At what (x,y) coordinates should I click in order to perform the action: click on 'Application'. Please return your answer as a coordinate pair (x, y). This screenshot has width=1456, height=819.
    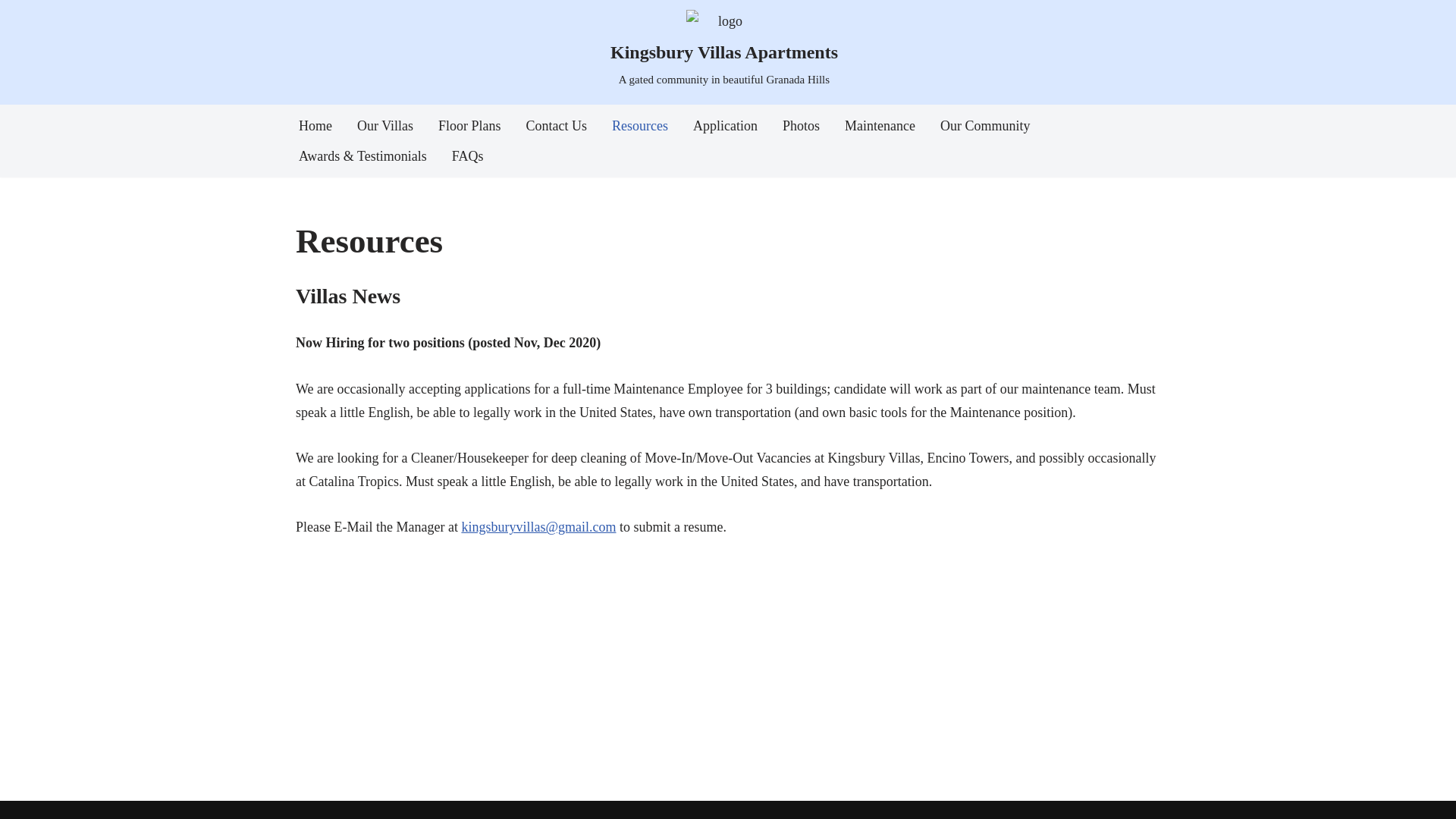
    Looking at the image, I should click on (724, 124).